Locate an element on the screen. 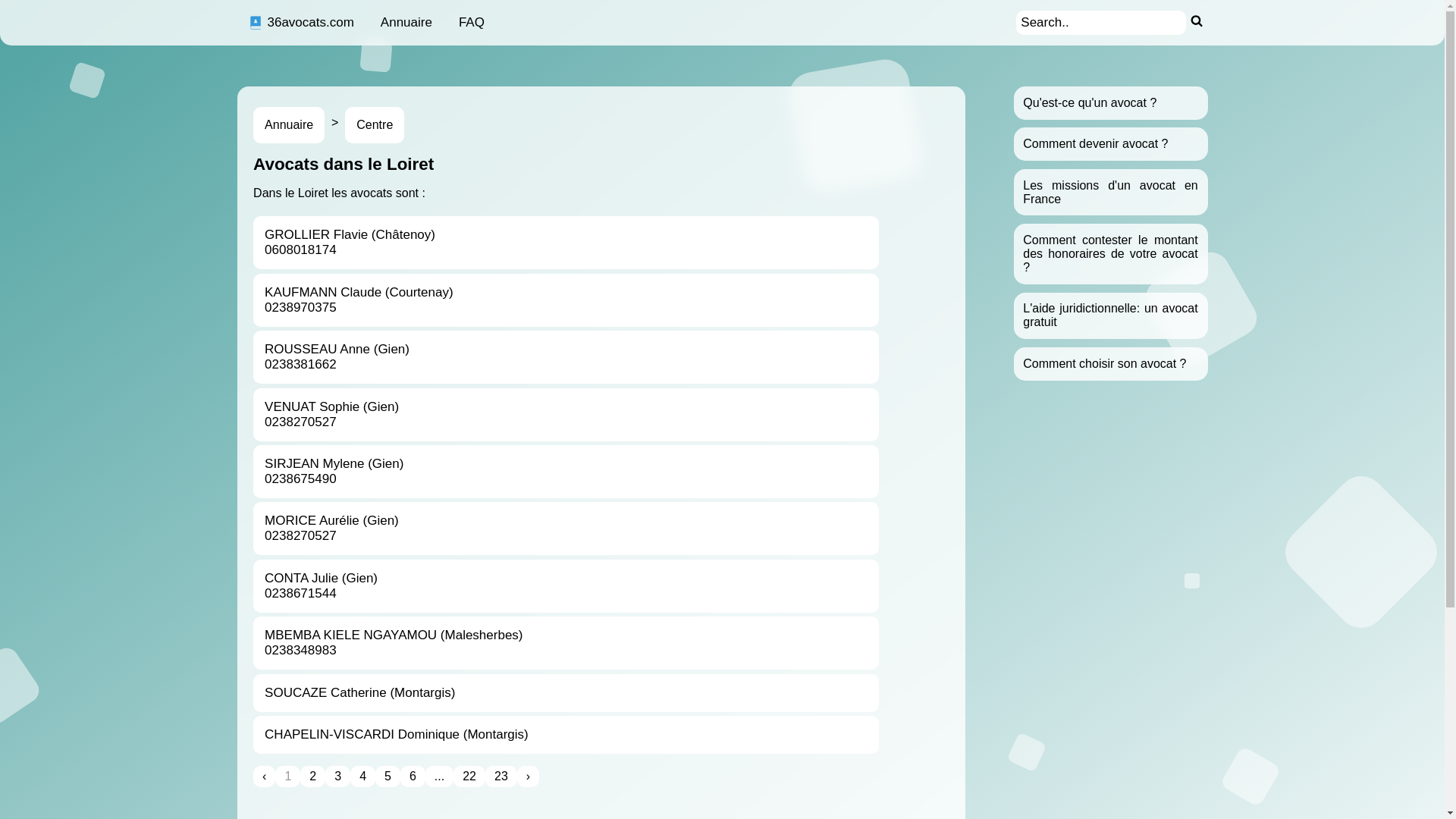 The width and height of the screenshot is (1456, 819). '23' is located at coordinates (501, 776).